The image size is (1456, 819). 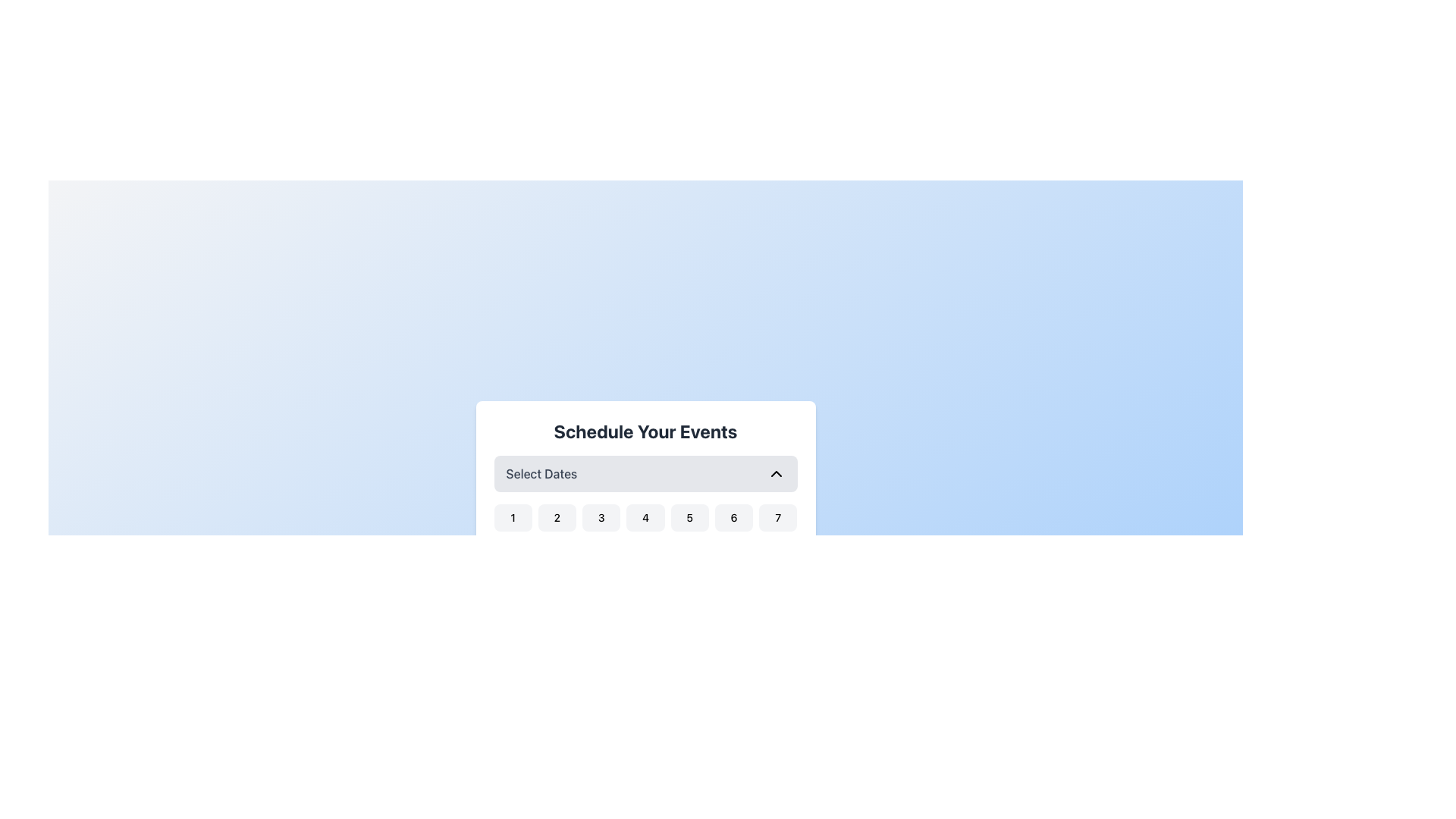 I want to click on the date selector button positioned below the 'Schedule Your Events' title, so click(x=645, y=473).